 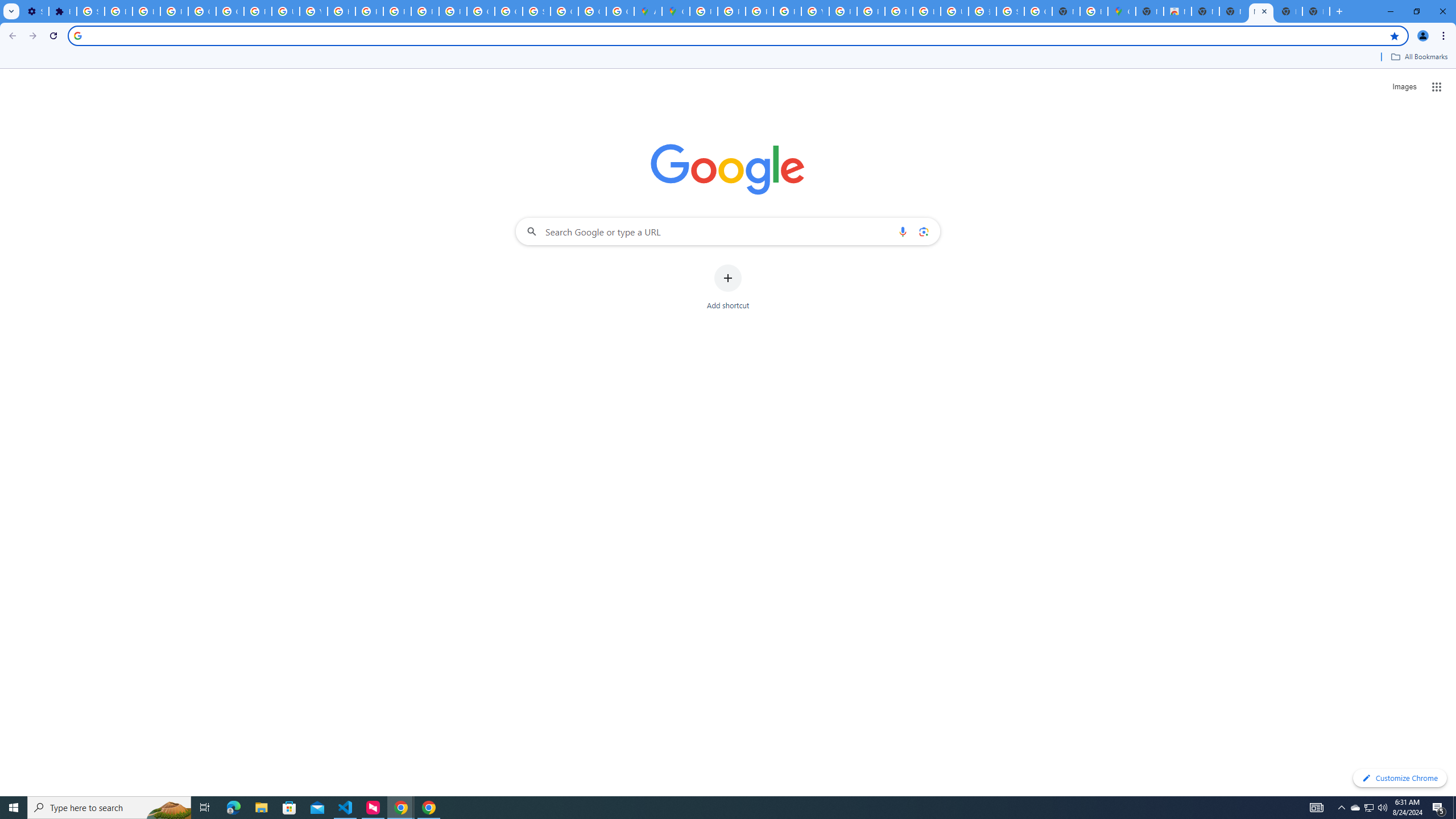 I want to click on 'Explore new street-level details - Google Maps Help', so click(x=1093, y=11).